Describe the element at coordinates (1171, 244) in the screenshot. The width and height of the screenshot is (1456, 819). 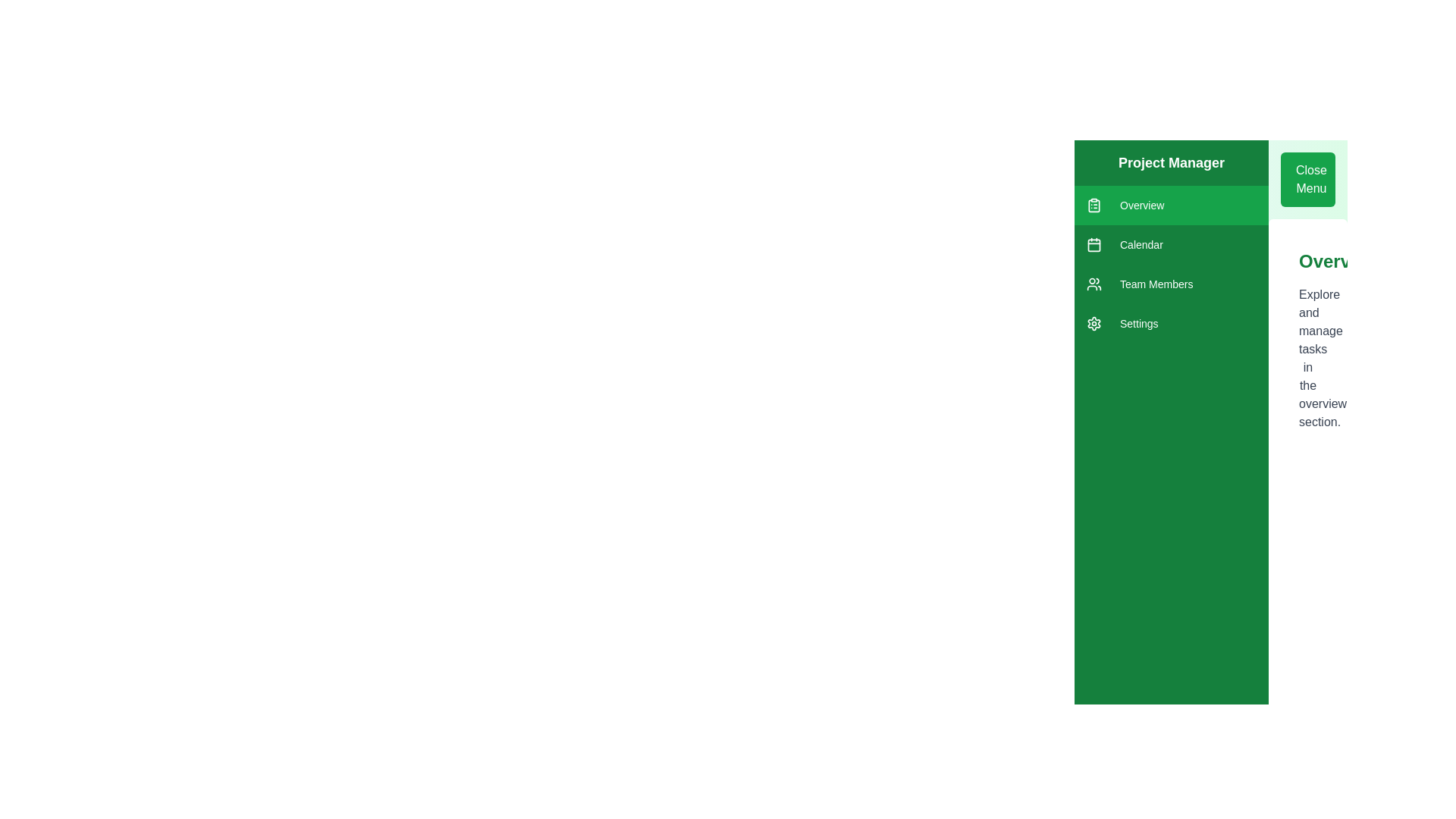
I see `the 'Calendar' section in the sidebar` at that location.